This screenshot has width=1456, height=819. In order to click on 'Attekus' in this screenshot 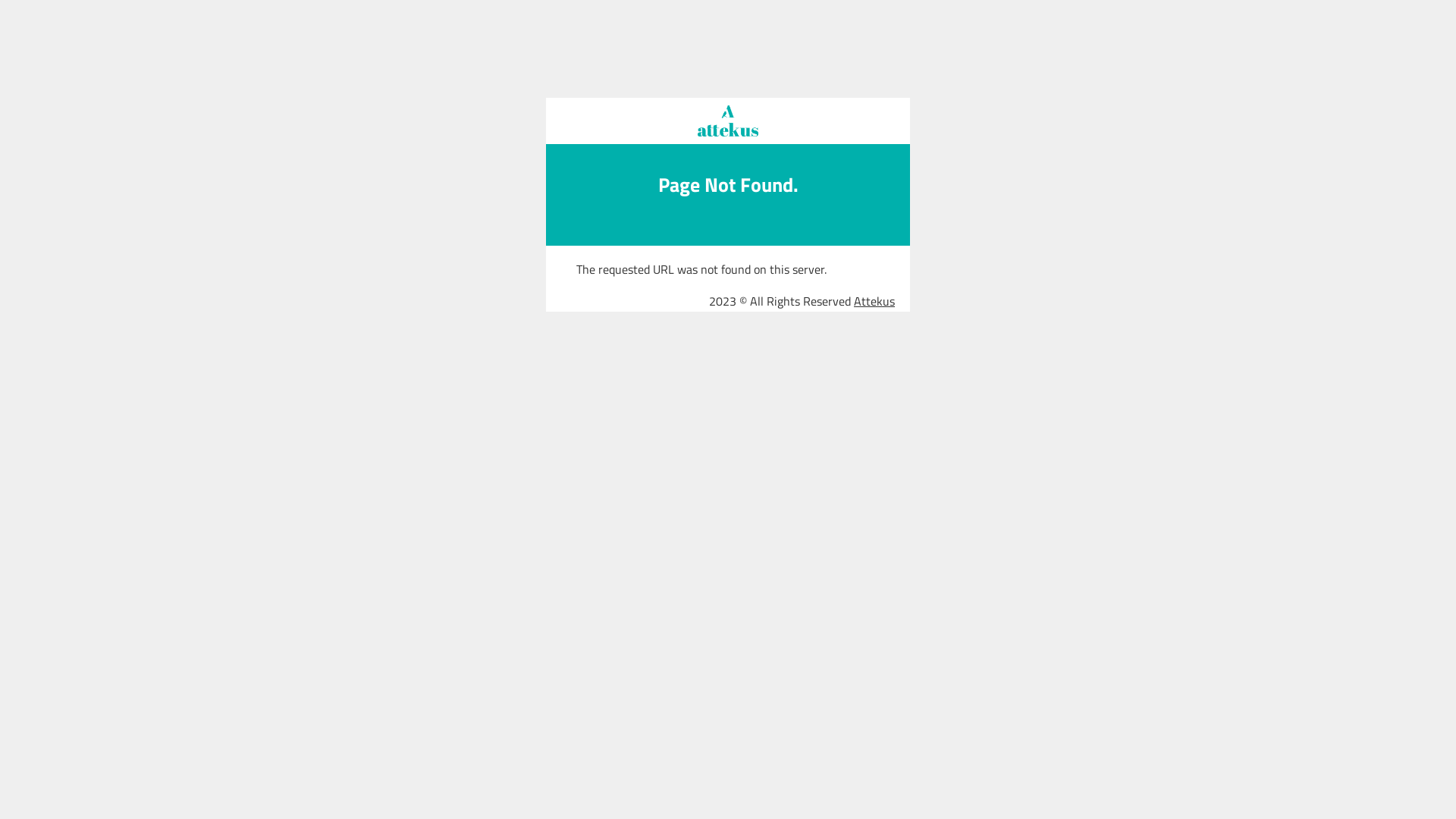, I will do `click(874, 301)`.